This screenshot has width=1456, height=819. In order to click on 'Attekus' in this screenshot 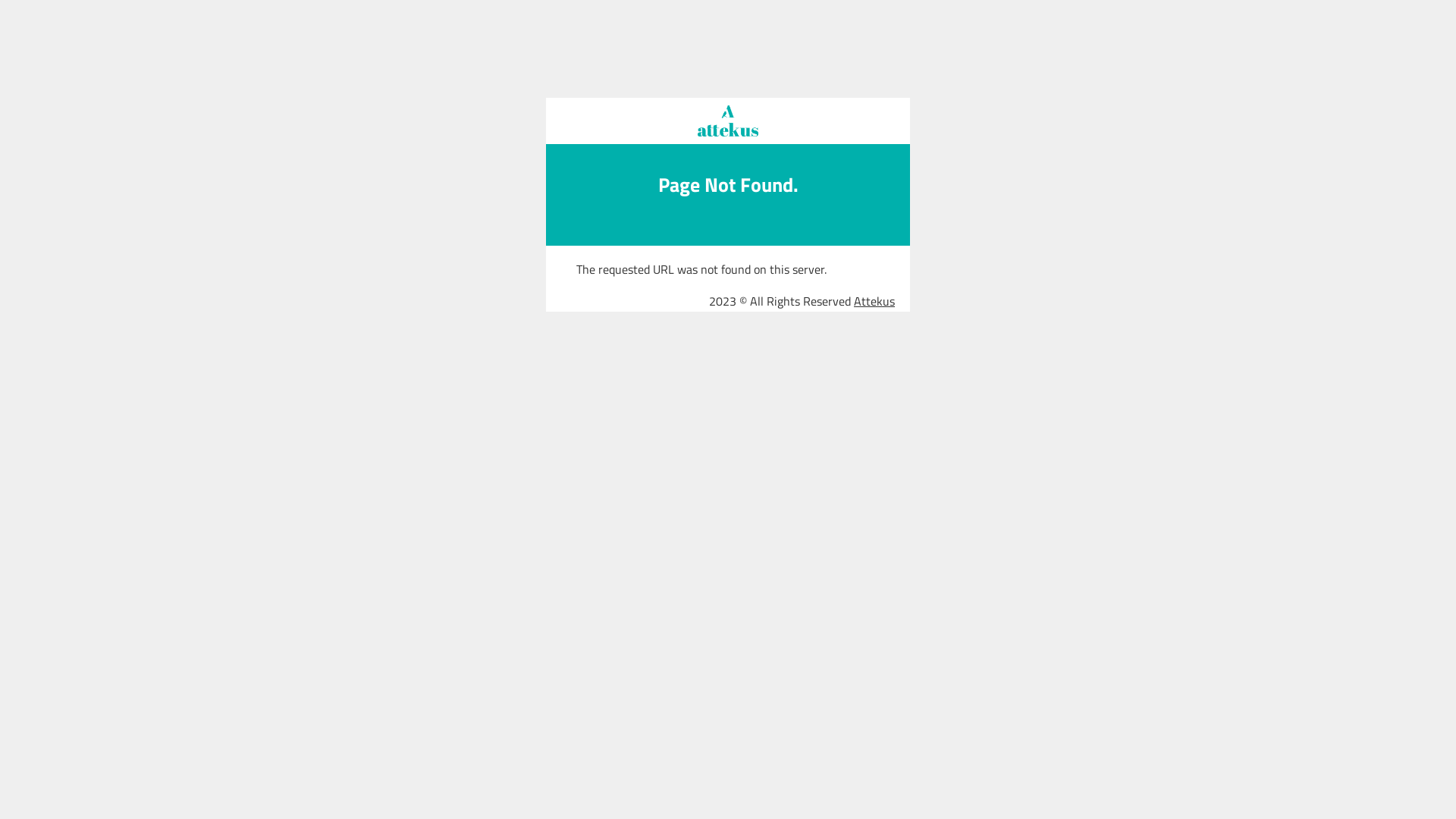, I will do `click(874, 301)`.